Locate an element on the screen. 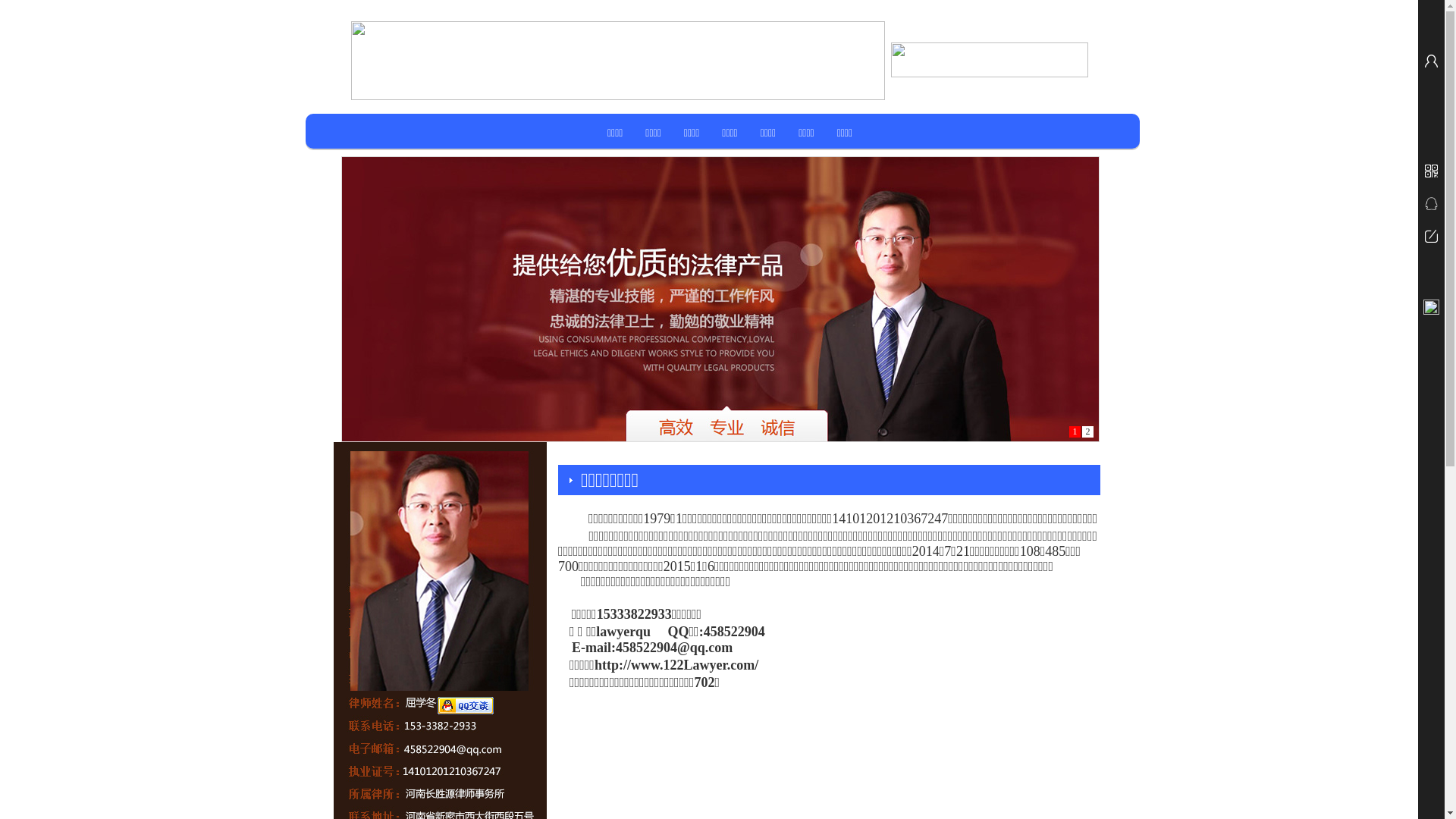  'http://www.122Lawyer.com/' is located at coordinates (676, 666).